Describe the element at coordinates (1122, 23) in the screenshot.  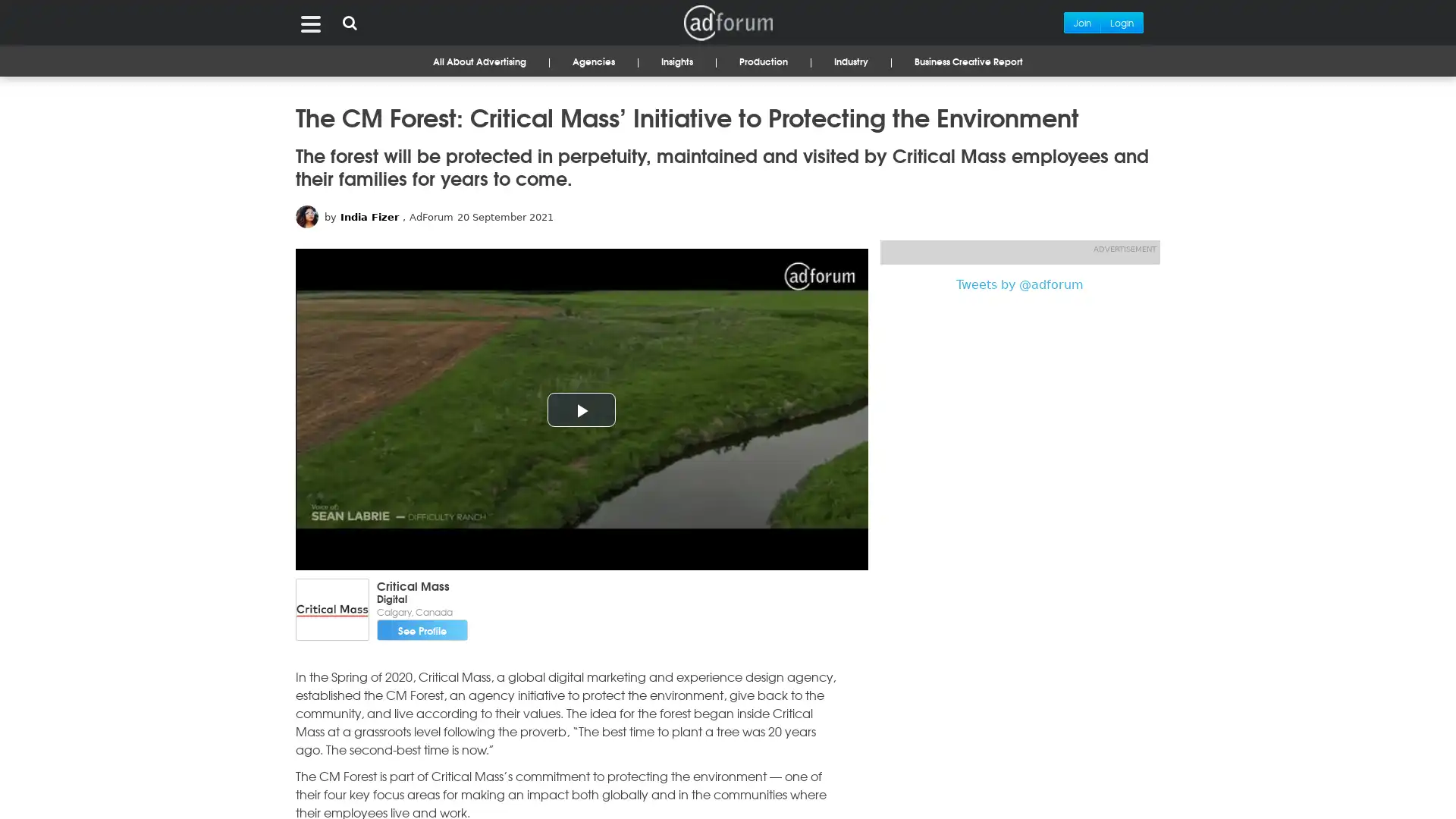
I see `Login` at that location.